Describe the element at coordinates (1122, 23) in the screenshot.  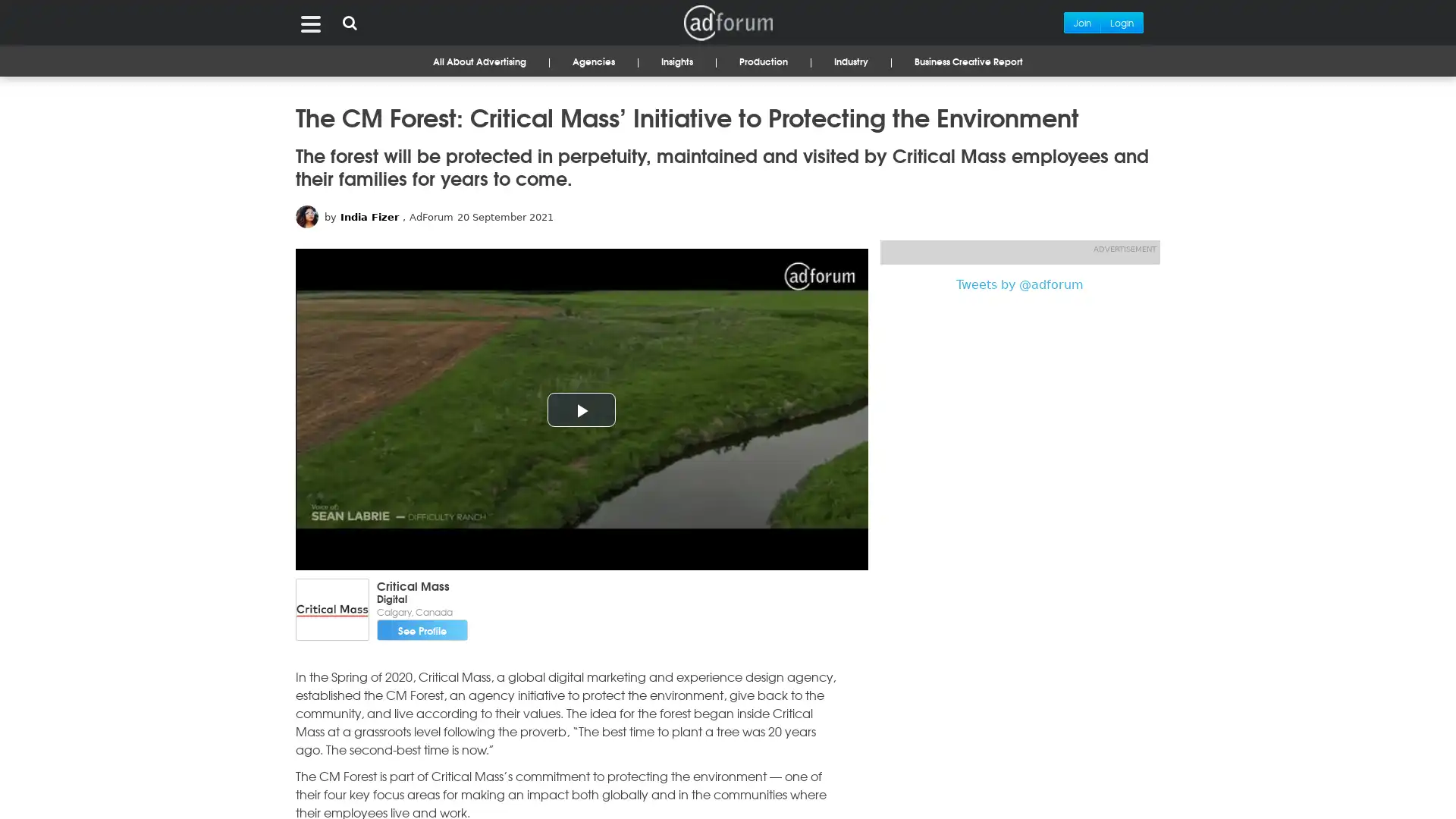
I see `Login` at that location.